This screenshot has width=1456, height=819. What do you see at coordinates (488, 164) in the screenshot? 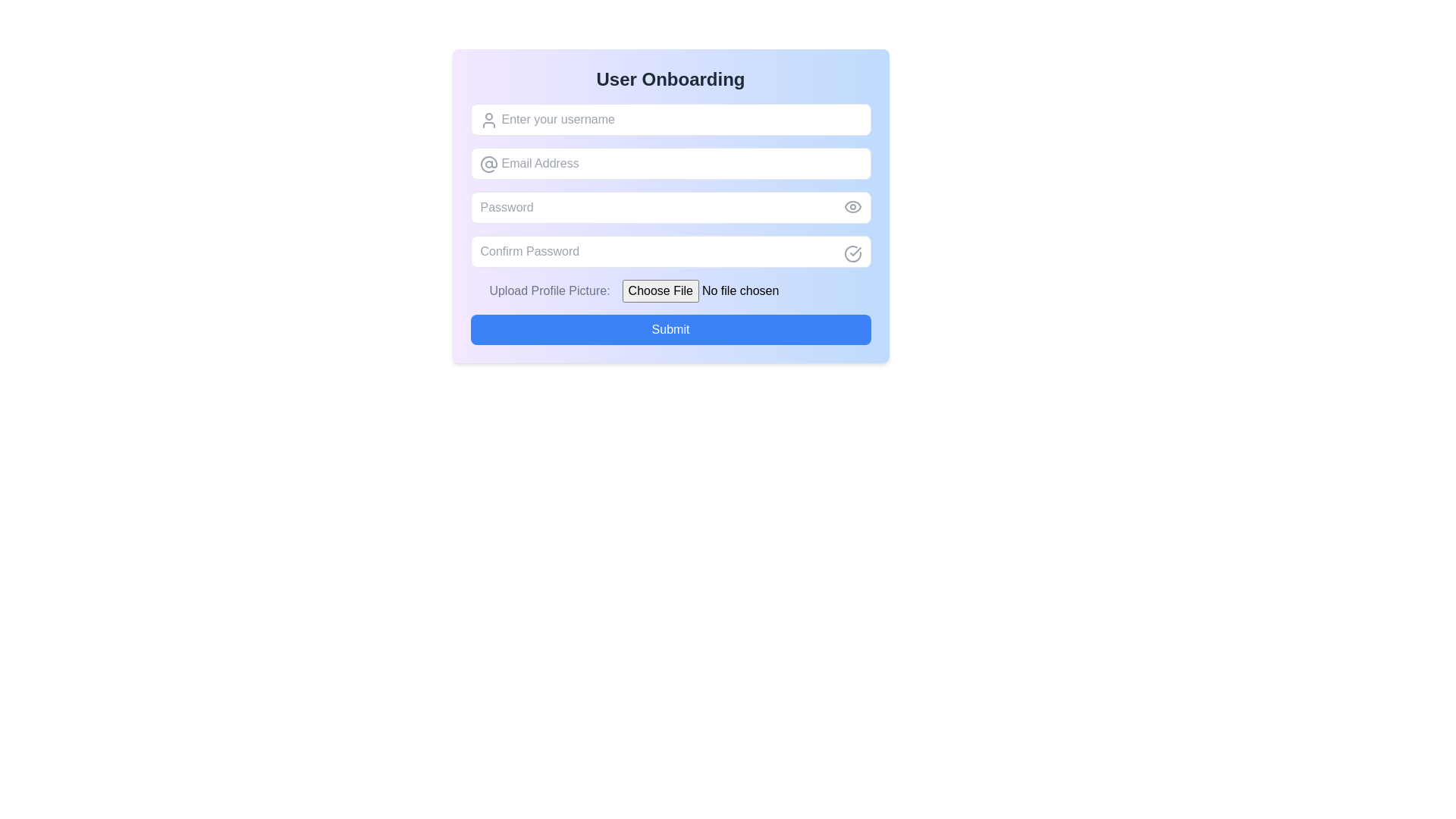
I see `the small gray '@' icon located to the left inside the 'Email Address' input field` at bounding box center [488, 164].